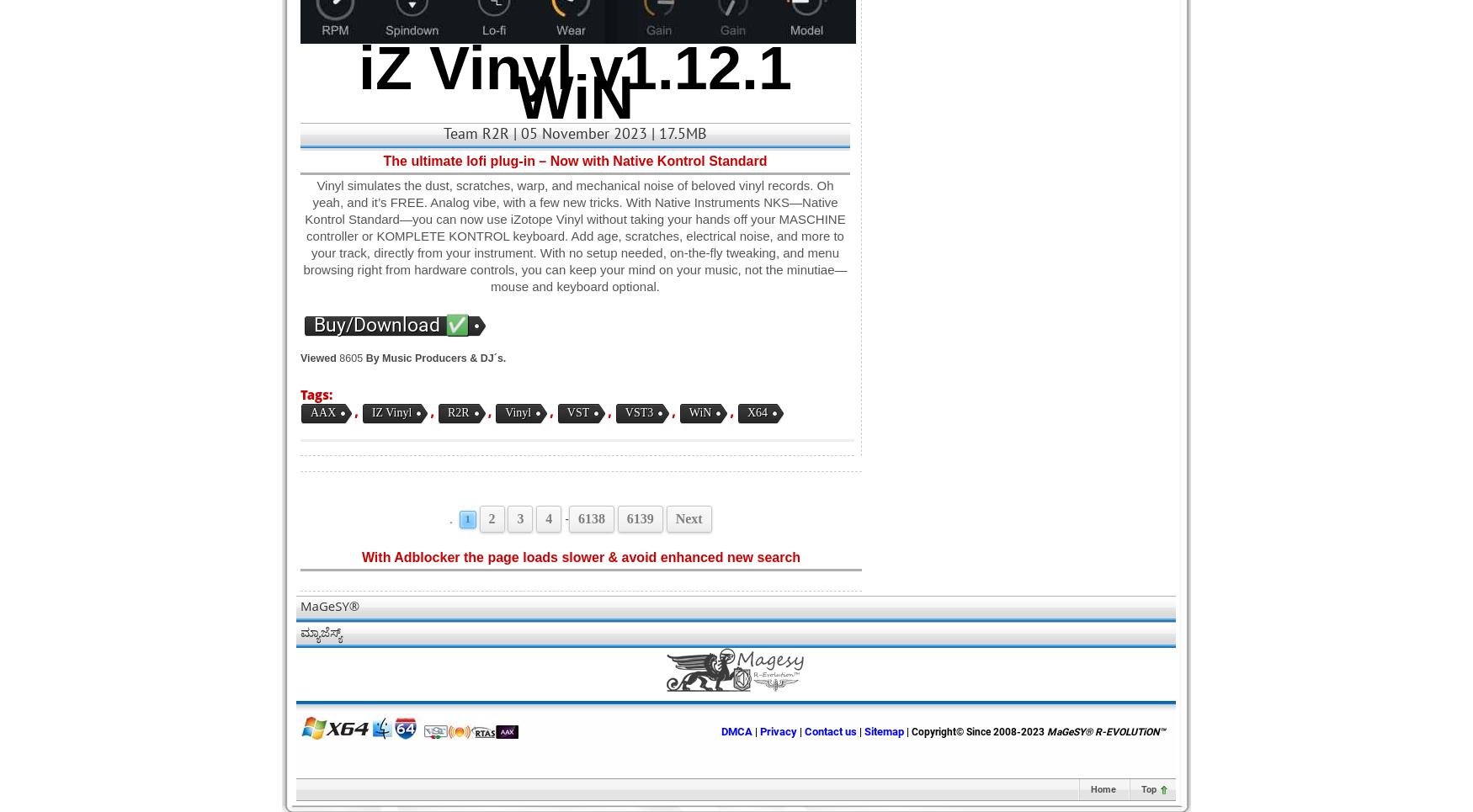 This screenshot has width=1473, height=812. I want to click on '8605', so click(335, 358).